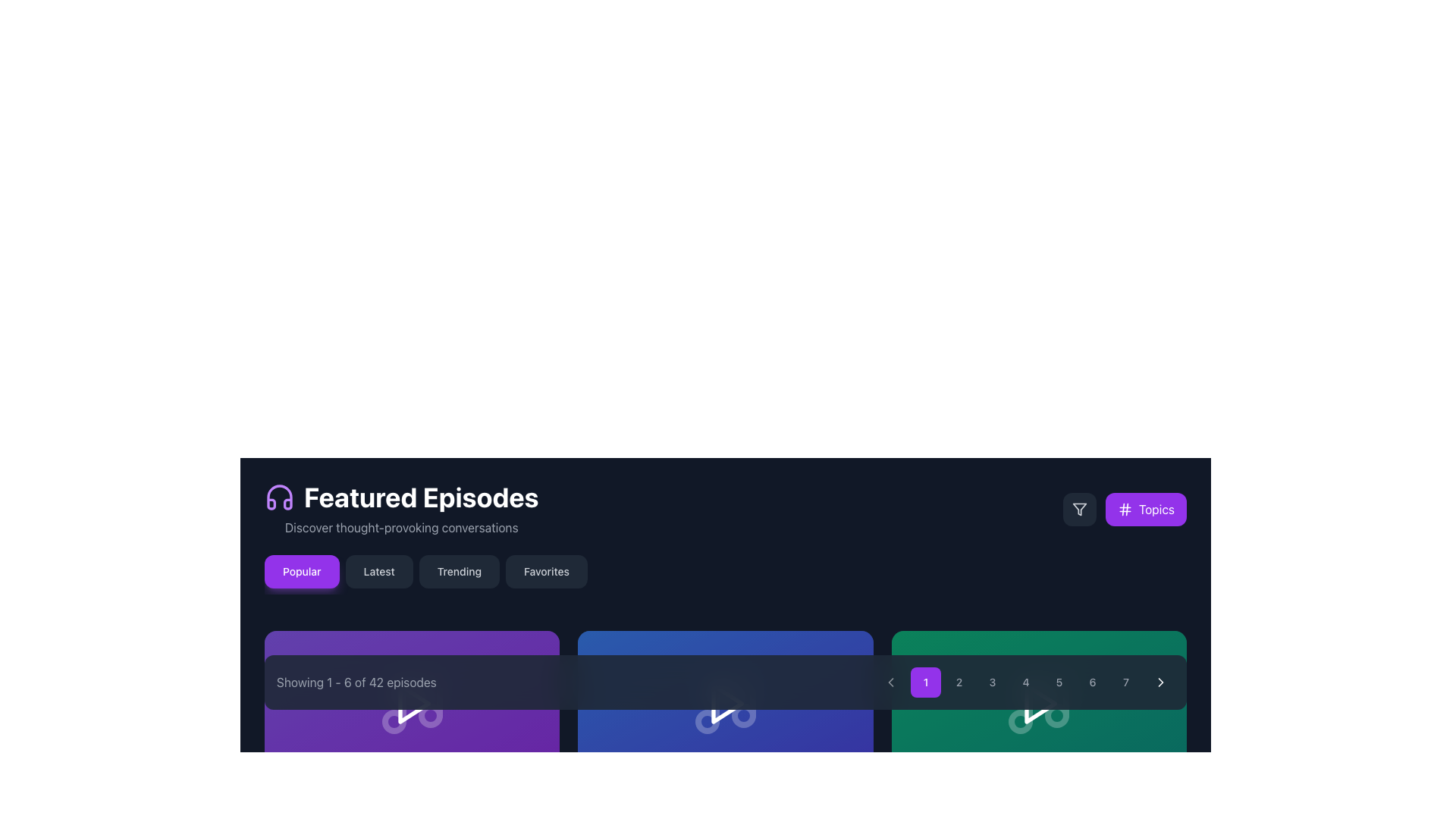  Describe the element at coordinates (302, 571) in the screenshot. I see `the 'Popular' filter button, which is the first in a row of four buttons located beneath the title 'Featured Episodes'` at that location.